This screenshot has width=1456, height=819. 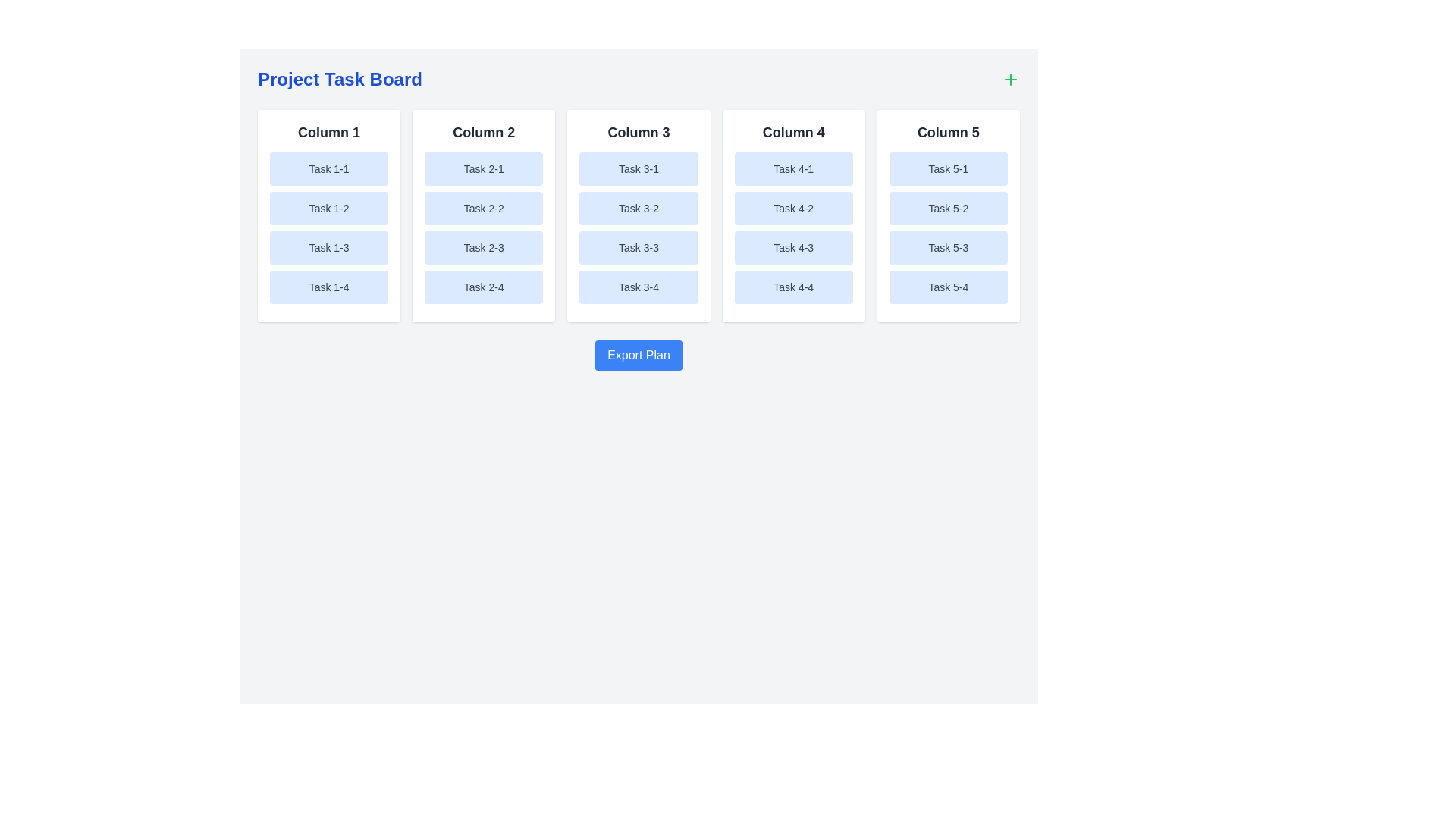 I want to click on the '+' button to initiate the process of adding a new task column or item, so click(x=1011, y=79).